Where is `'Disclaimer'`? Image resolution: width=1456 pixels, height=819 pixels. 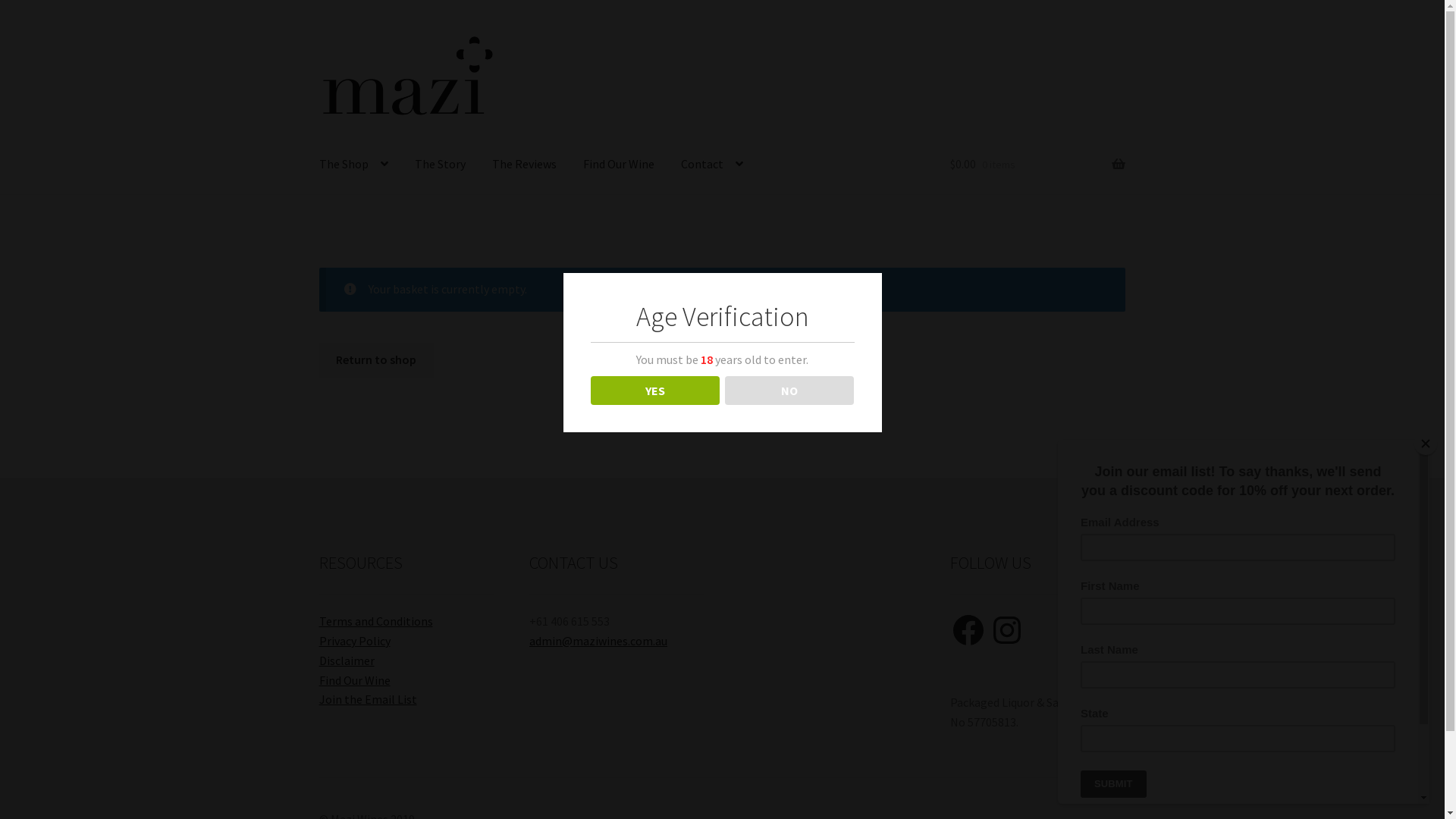
'Disclaimer' is located at coordinates (346, 660).